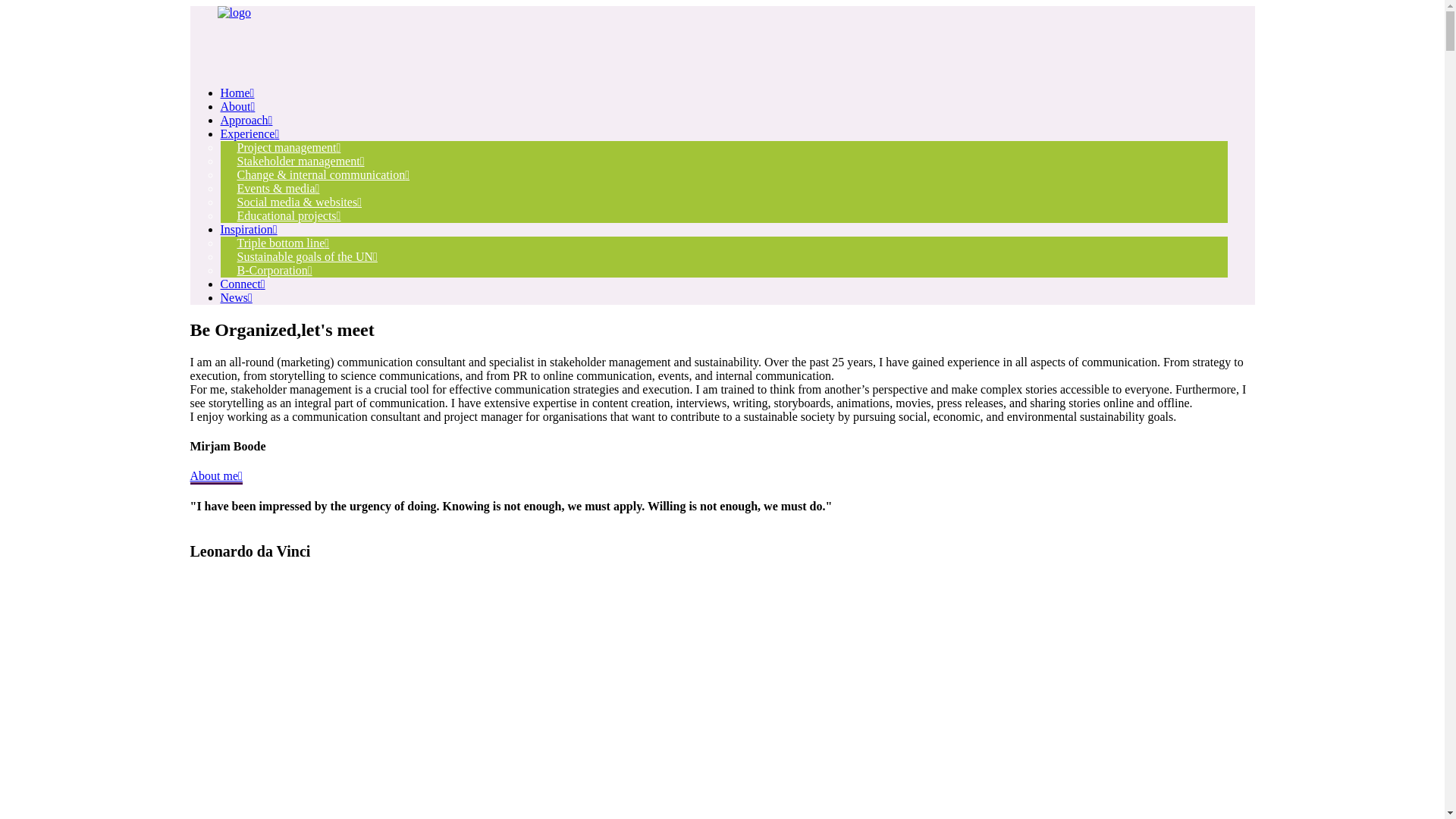 This screenshot has height=819, width=1456. What do you see at coordinates (248, 229) in the screenshot?
I see `'Inspiration'` at bounding box center [248, 229].